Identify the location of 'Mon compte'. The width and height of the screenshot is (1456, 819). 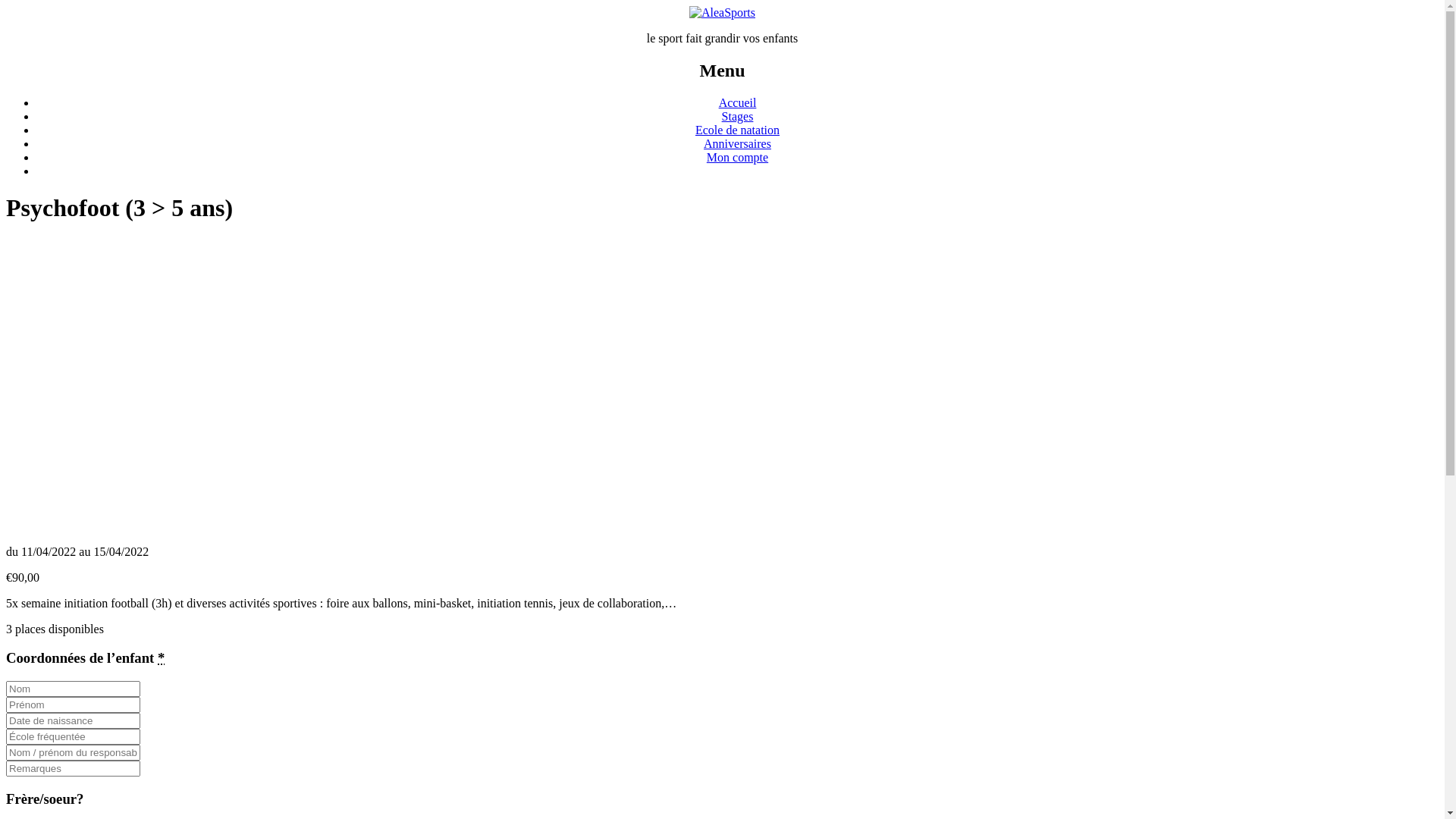
(705, 157).